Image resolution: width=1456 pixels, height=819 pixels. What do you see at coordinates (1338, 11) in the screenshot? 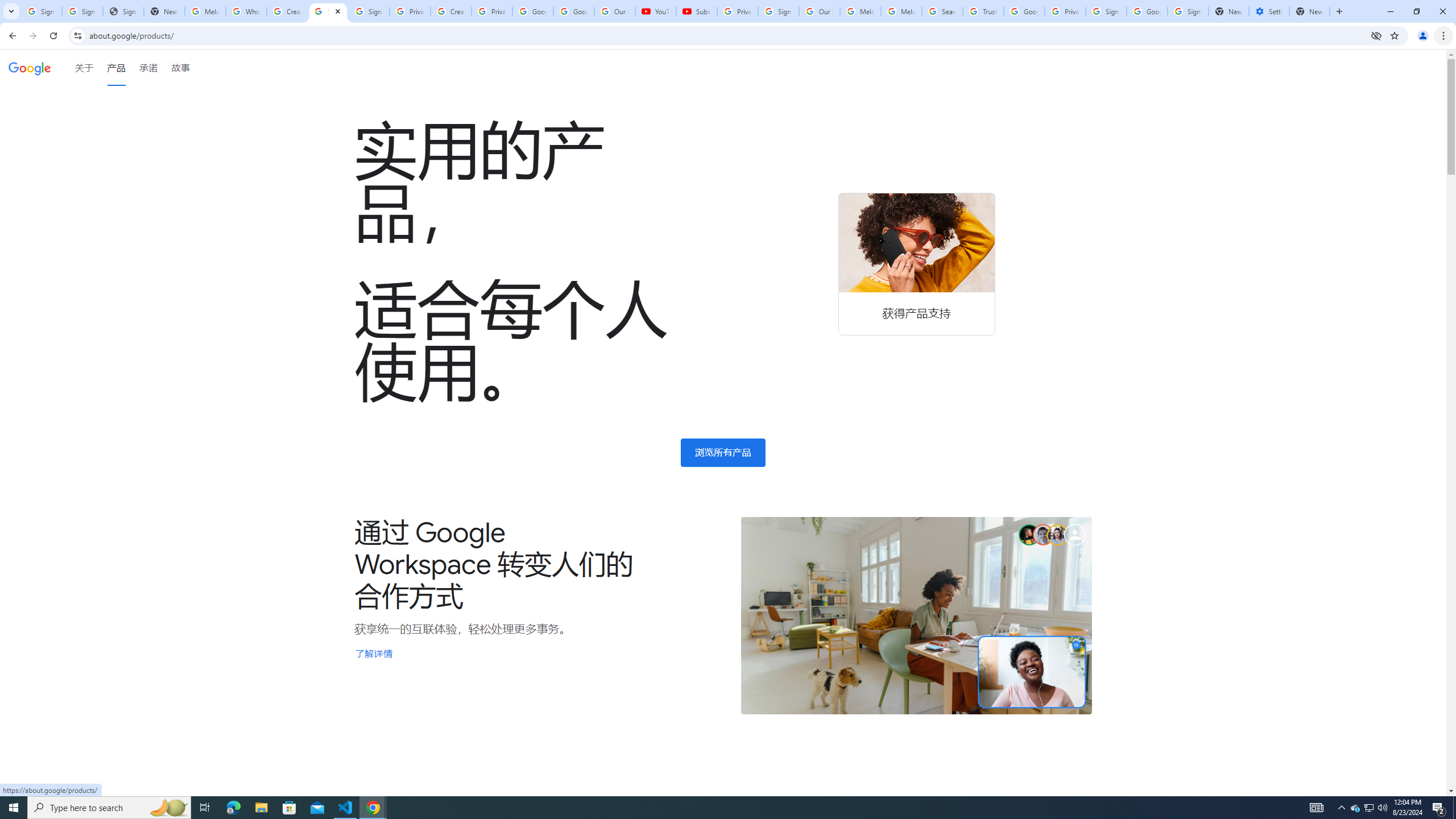
I see `'New Tab'` at bounding box center [1338, 11].